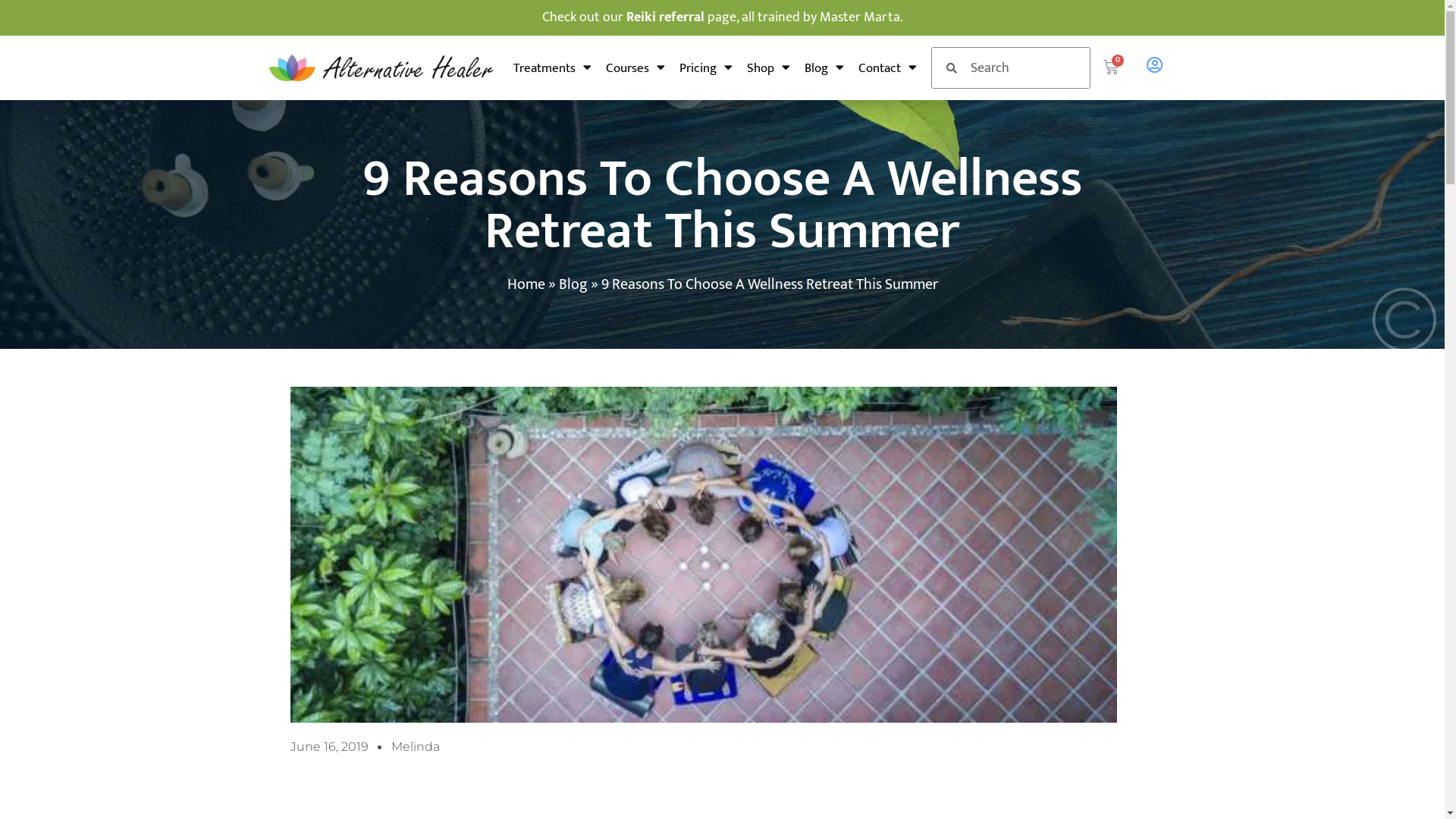 The width and height of the screenshot is (1456, 819). I want to click on 'Contact', so click(887, 66).